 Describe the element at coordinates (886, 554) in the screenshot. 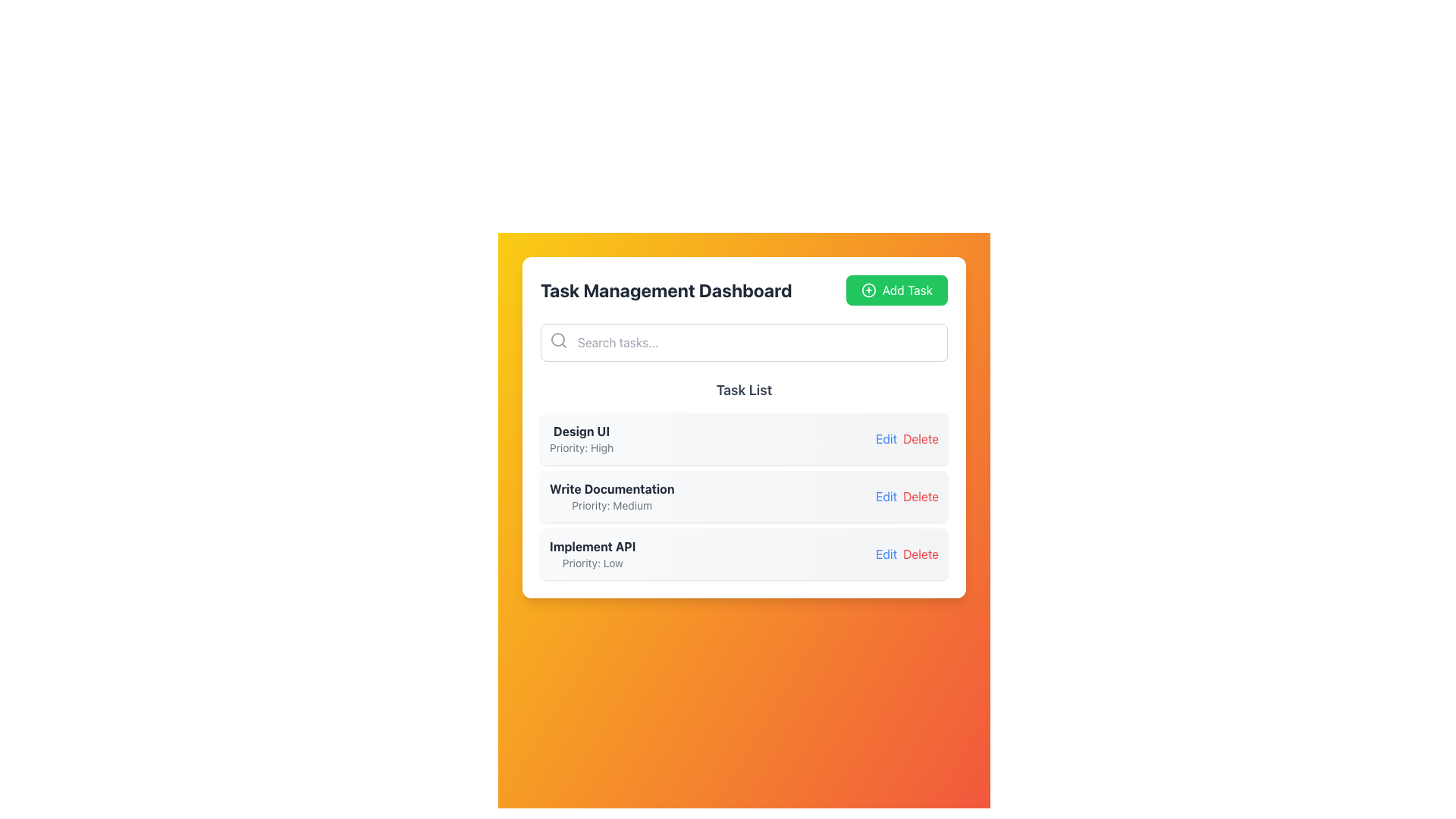

I see `the clickable text link labeled 'Edit' for the task 'Implement API' to underline it` at that location.